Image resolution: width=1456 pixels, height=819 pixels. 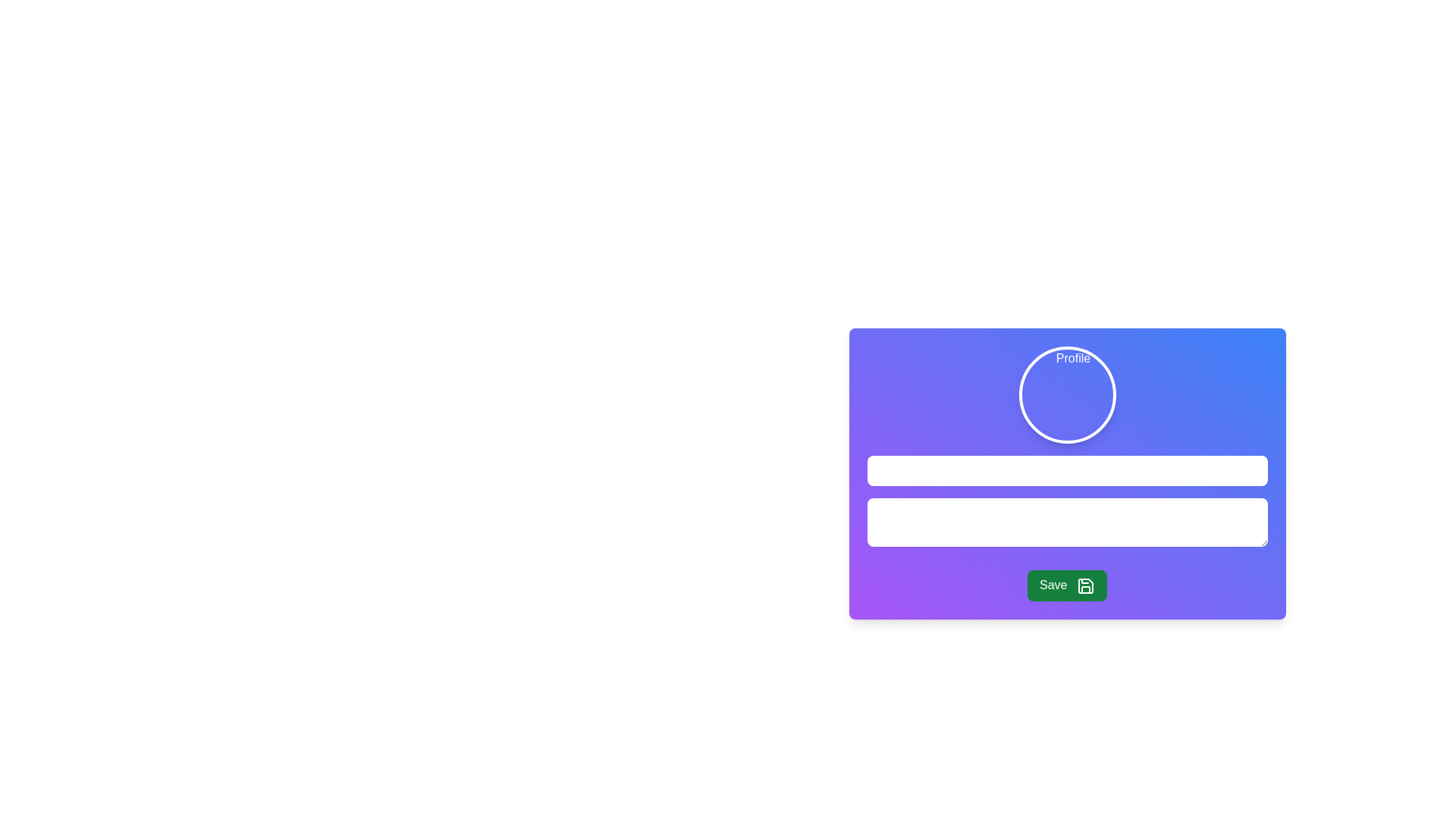 What do you see at coordinates (1066, 585) in the screenshot?
I see `the save button located at the center-bottom of the card layout` at bounding box center [1066, 585].